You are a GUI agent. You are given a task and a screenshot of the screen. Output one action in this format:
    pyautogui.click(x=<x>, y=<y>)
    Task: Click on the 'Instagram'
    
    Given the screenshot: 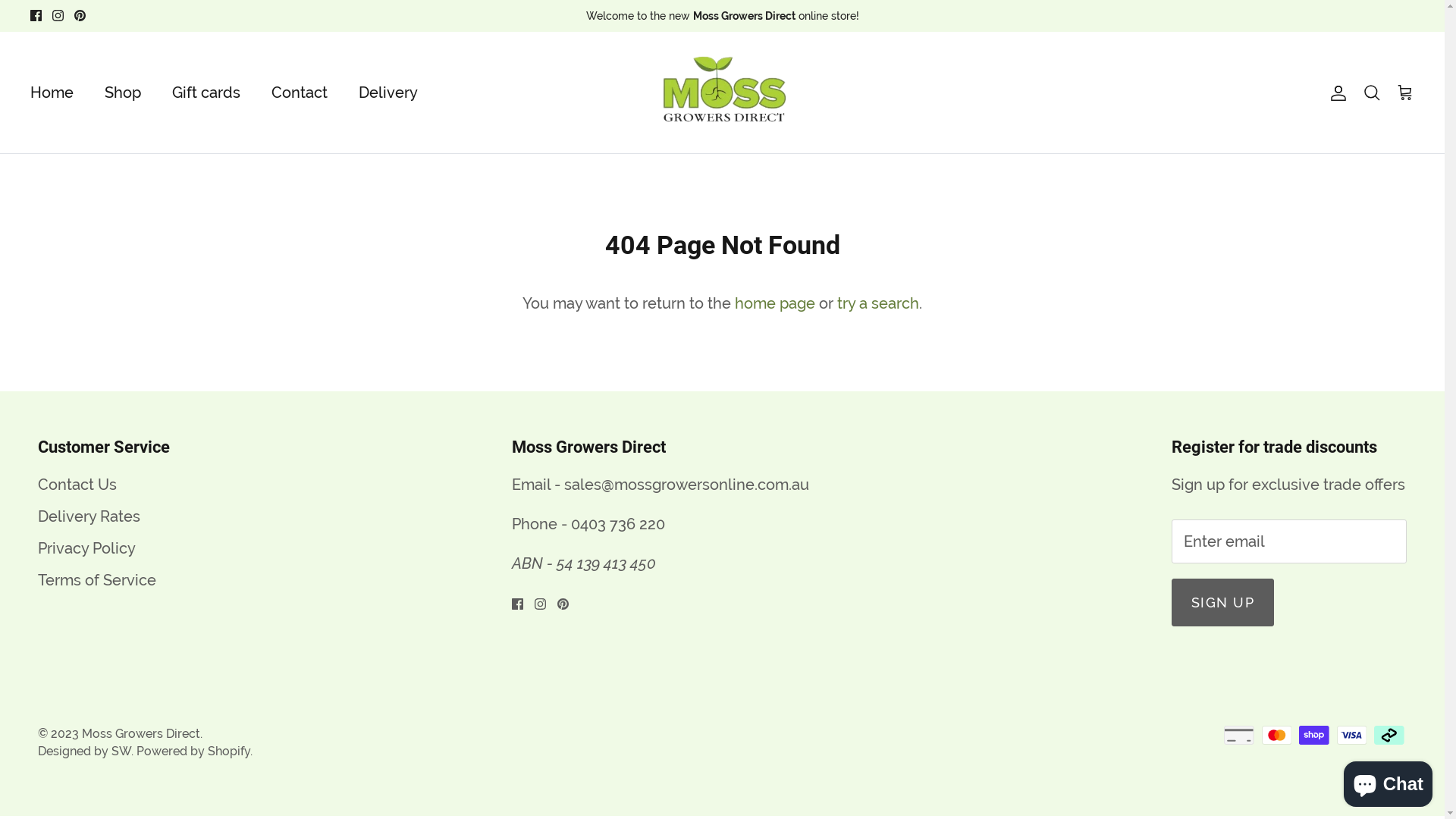 What is the action you would take?
    pyautogui.click(x=58, y=15)
    